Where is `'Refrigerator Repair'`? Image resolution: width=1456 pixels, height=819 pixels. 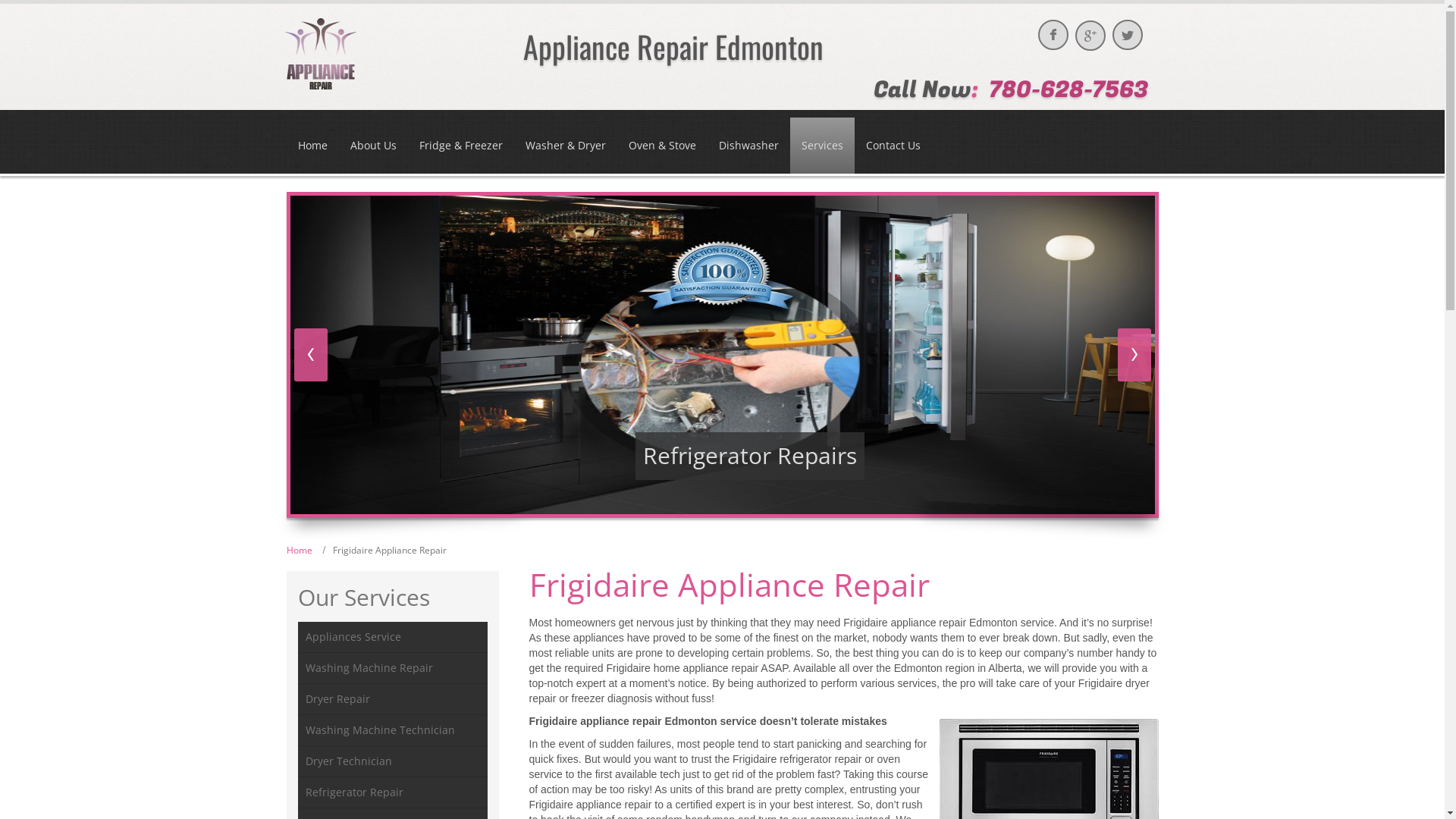
'Refrigerator Repair' is located at coordinates (392, 792).